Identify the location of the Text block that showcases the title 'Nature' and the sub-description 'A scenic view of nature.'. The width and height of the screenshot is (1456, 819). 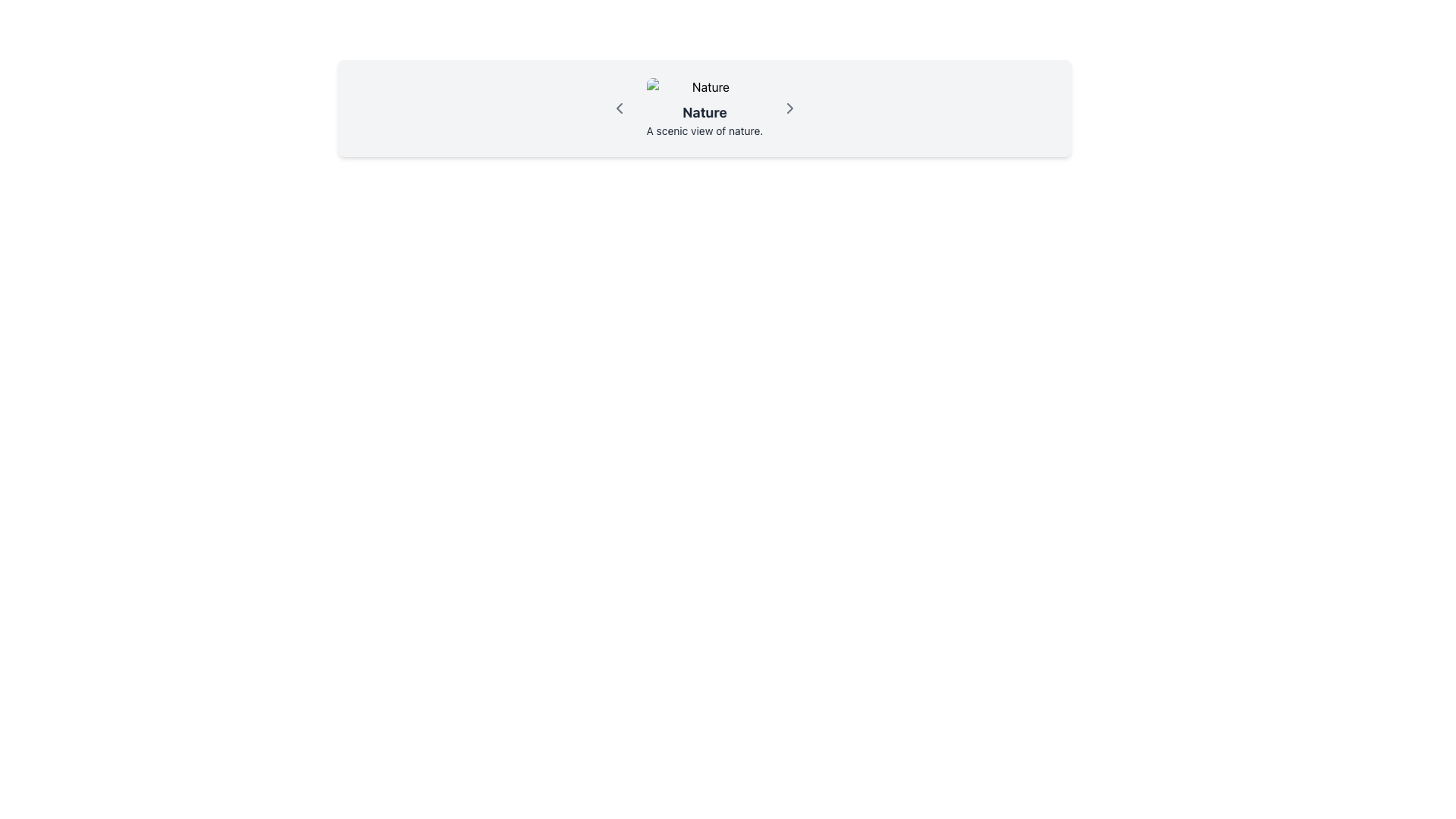
(704, 119).